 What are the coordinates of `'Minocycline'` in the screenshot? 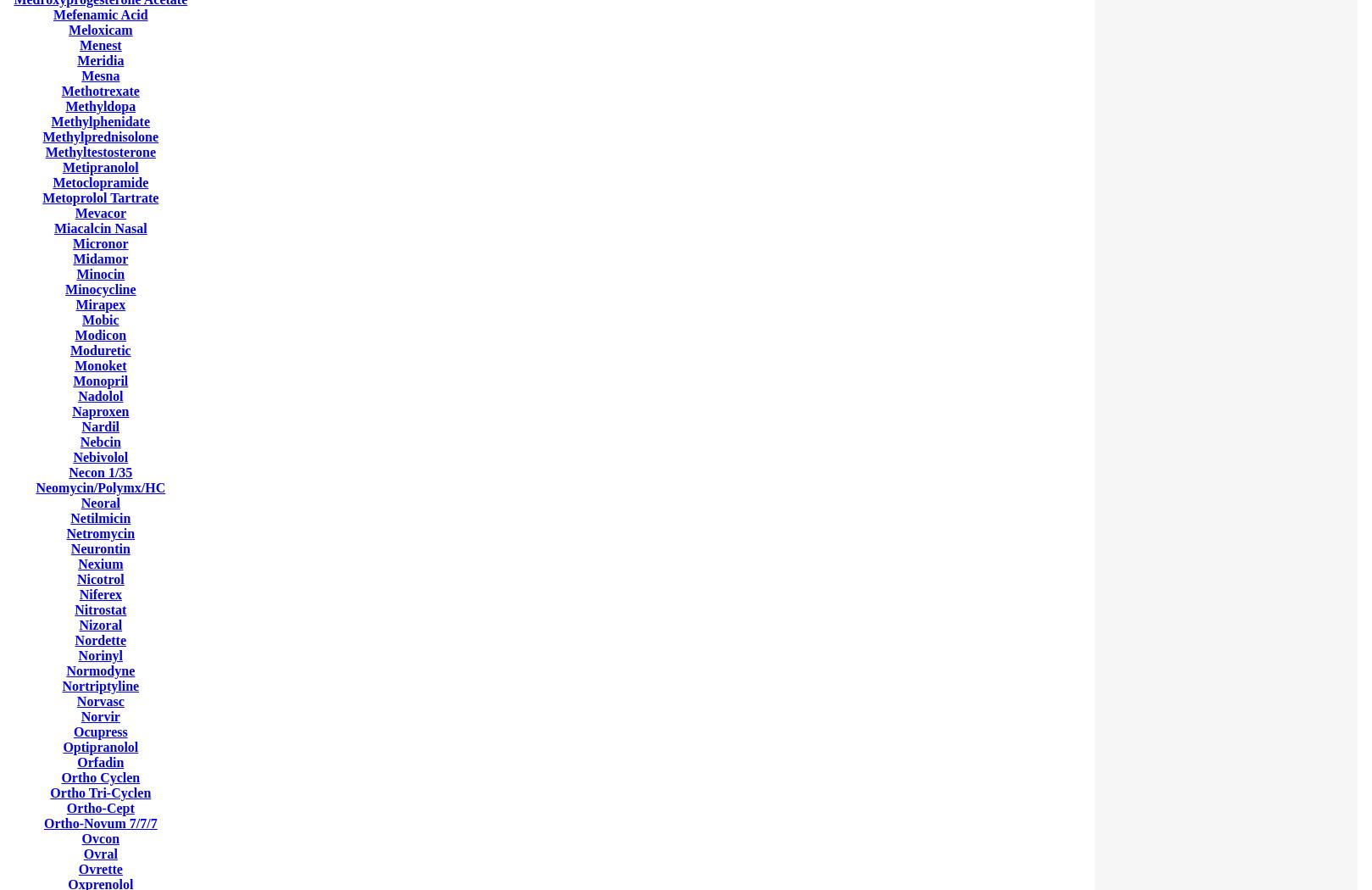 It's located at (100, 288).